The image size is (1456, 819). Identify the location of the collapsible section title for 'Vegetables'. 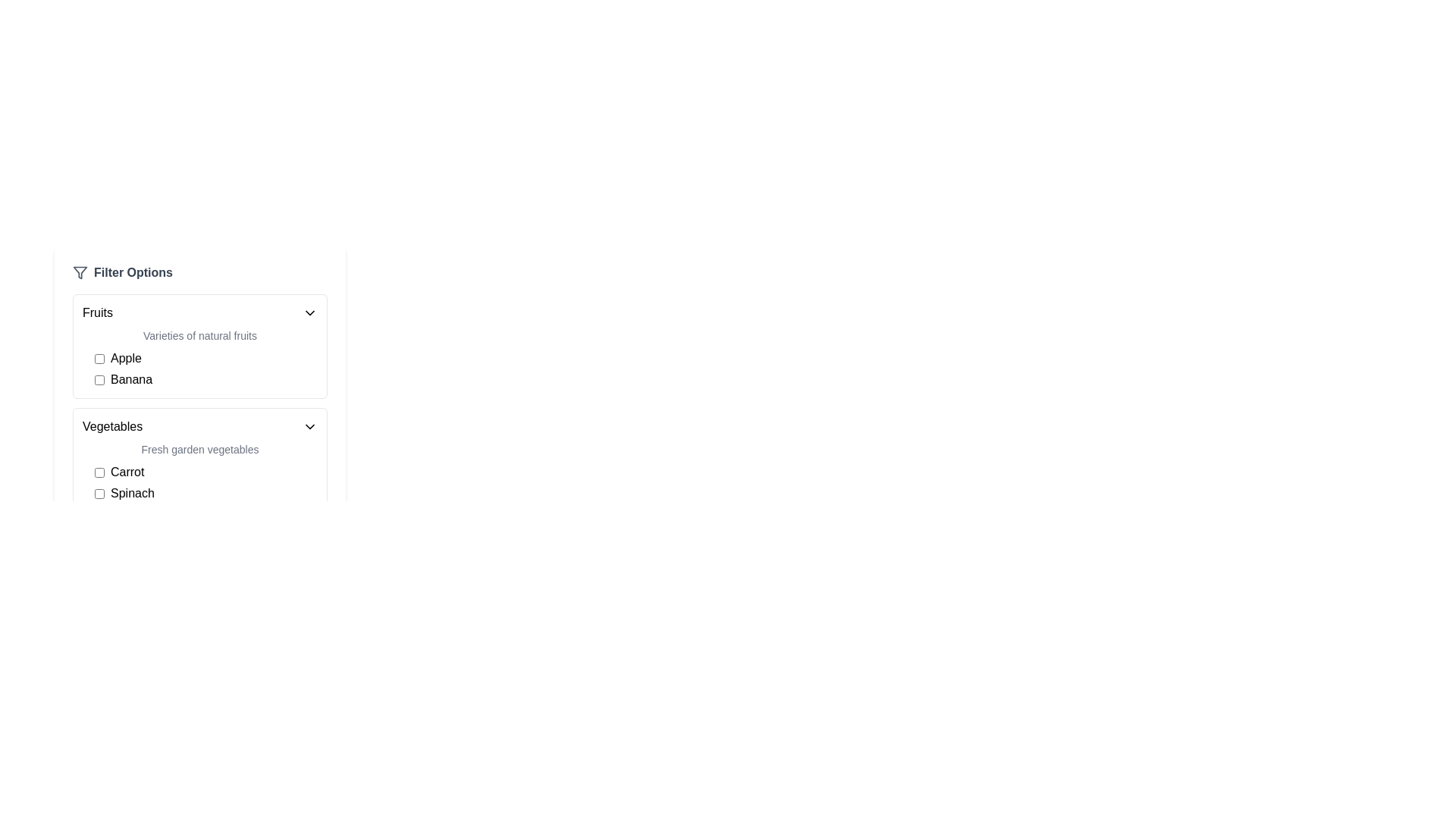
(199, 427).